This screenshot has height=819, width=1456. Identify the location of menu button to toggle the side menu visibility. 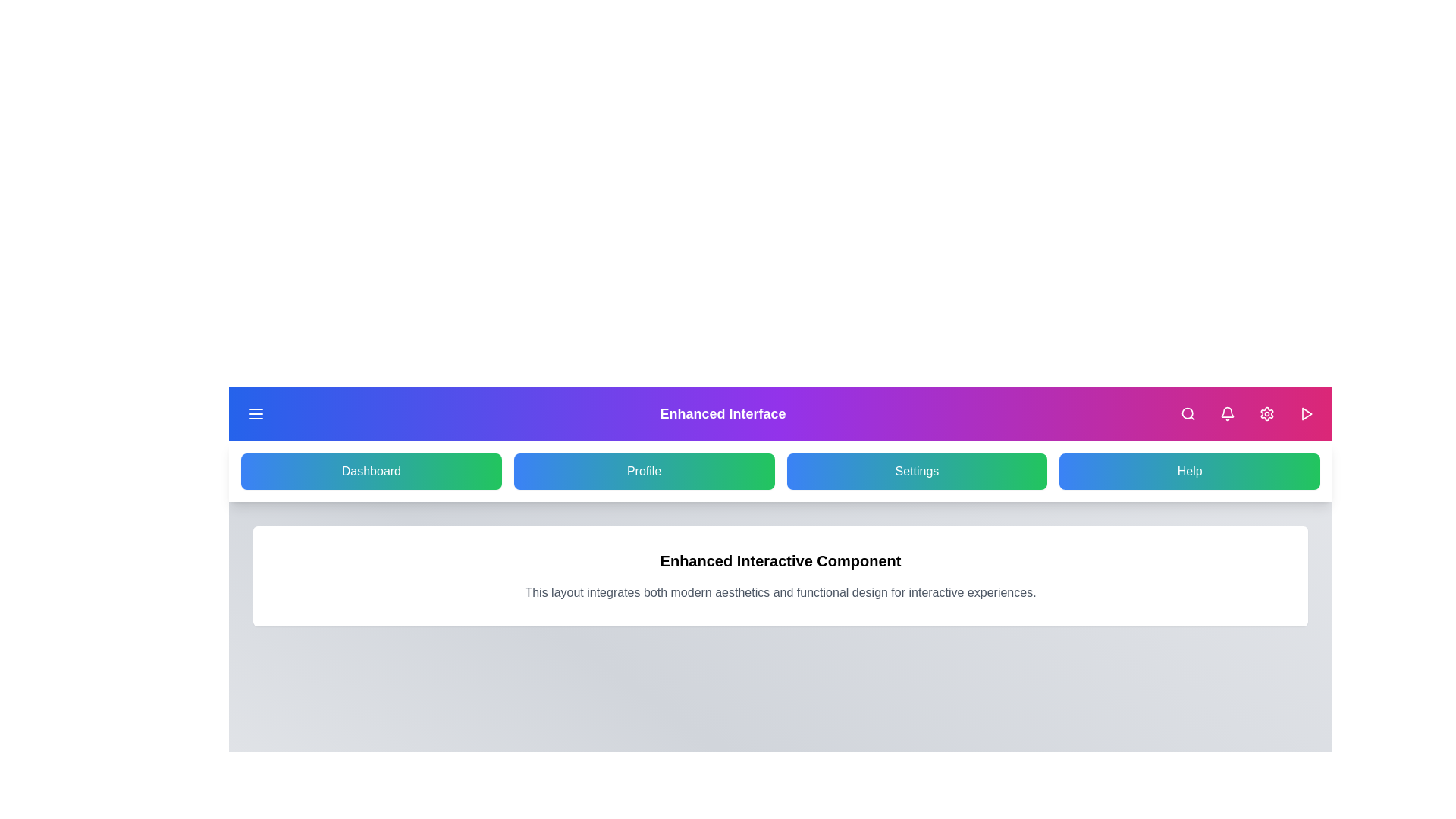
(256, 414).